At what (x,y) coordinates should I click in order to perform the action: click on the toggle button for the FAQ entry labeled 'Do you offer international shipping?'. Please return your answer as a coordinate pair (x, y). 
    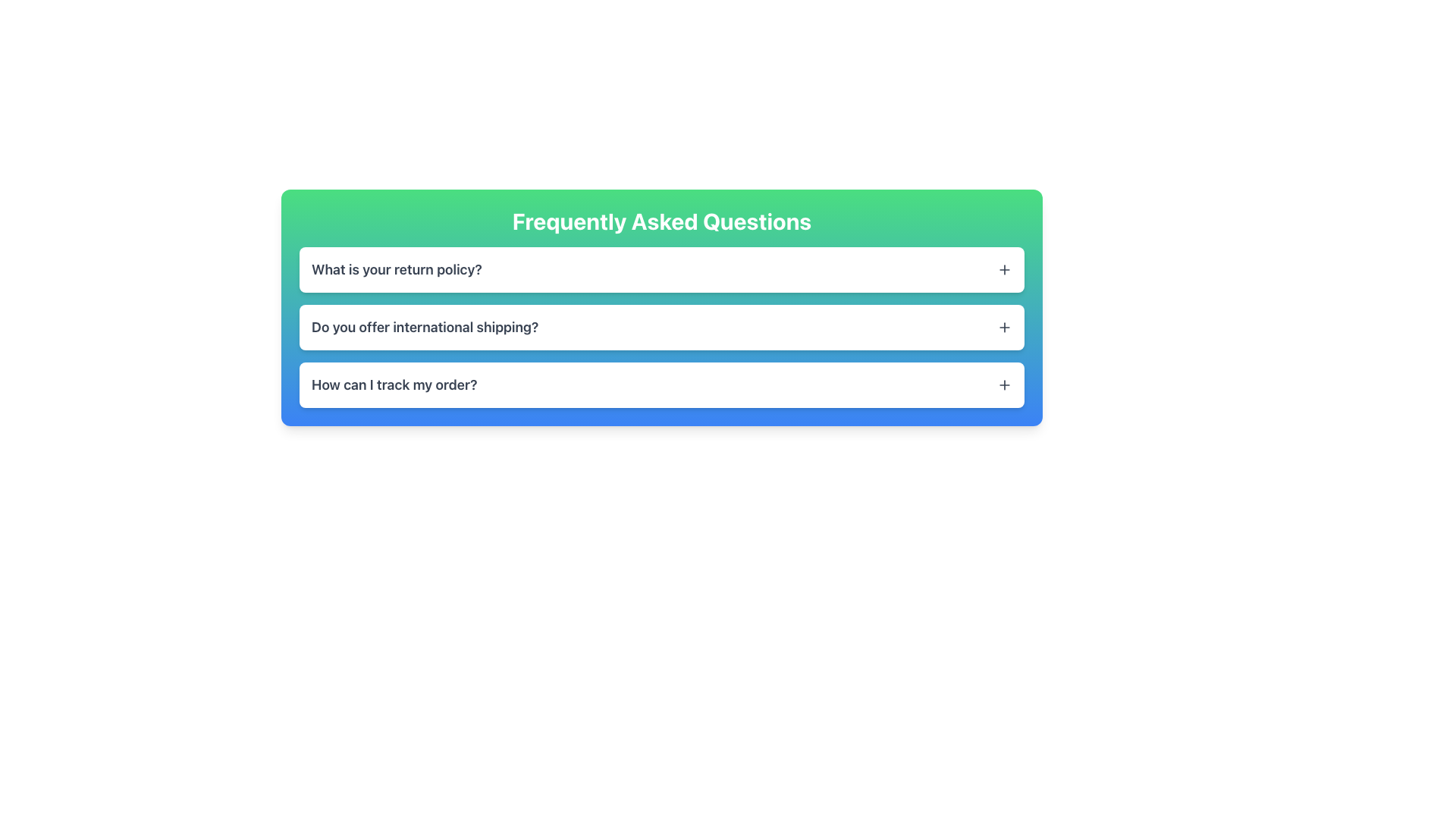
    Looking at the image, I should click on (1004, 327).